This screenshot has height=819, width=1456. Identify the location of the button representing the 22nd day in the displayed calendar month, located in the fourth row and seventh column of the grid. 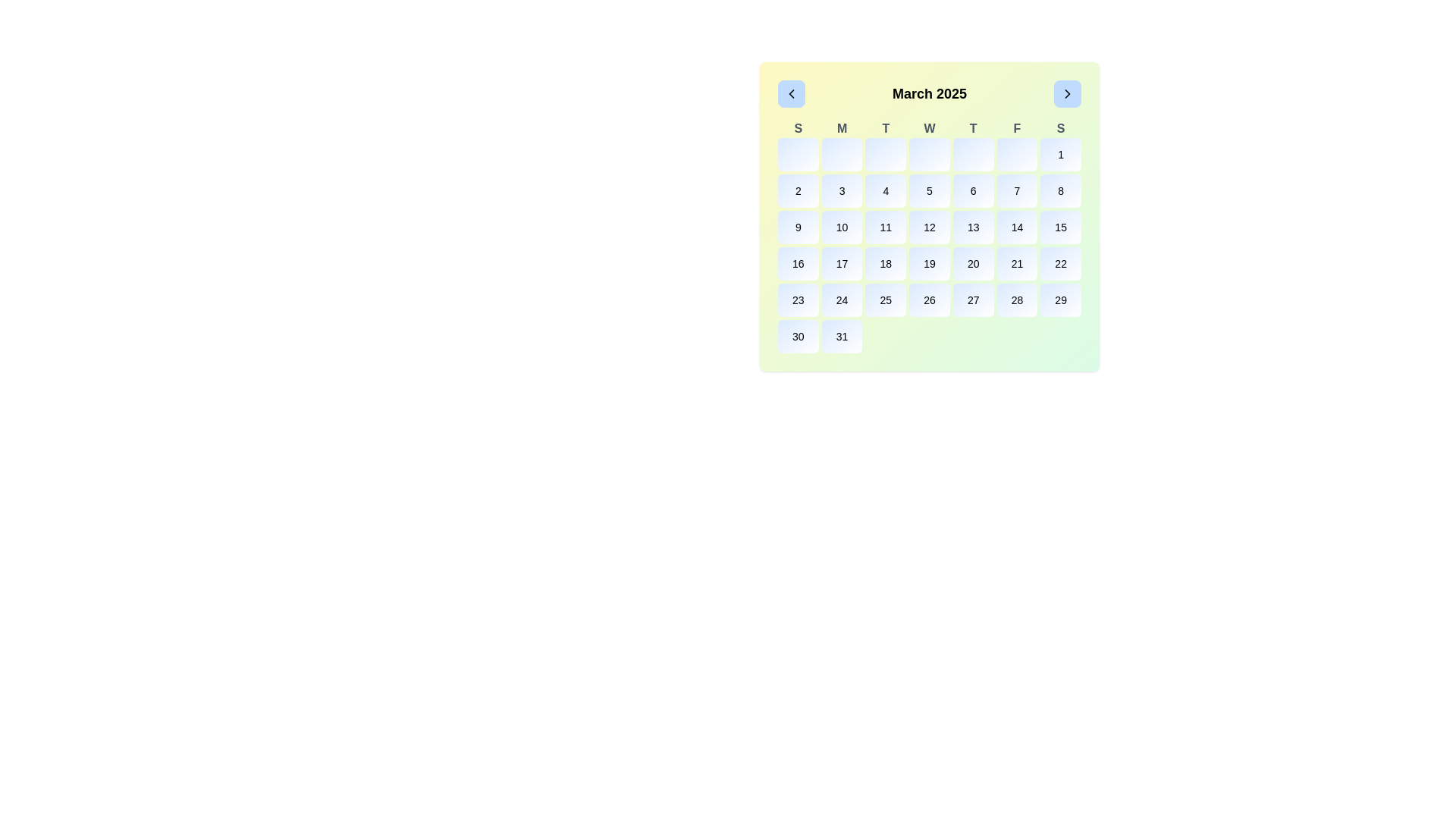
(1060, 262).